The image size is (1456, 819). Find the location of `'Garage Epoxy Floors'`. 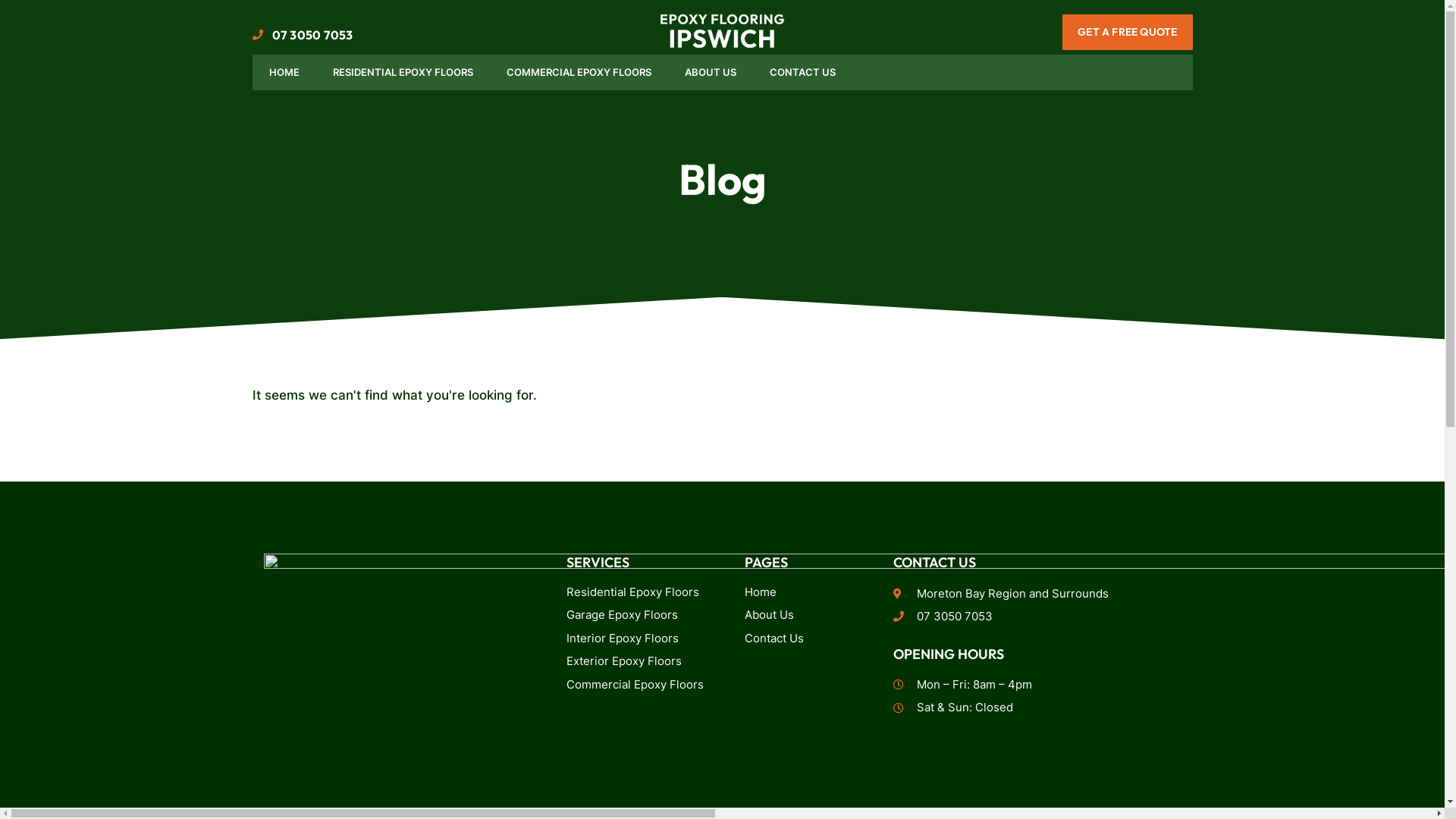

'Garage Epoxy Floors' is located at coordinates (639, 615).